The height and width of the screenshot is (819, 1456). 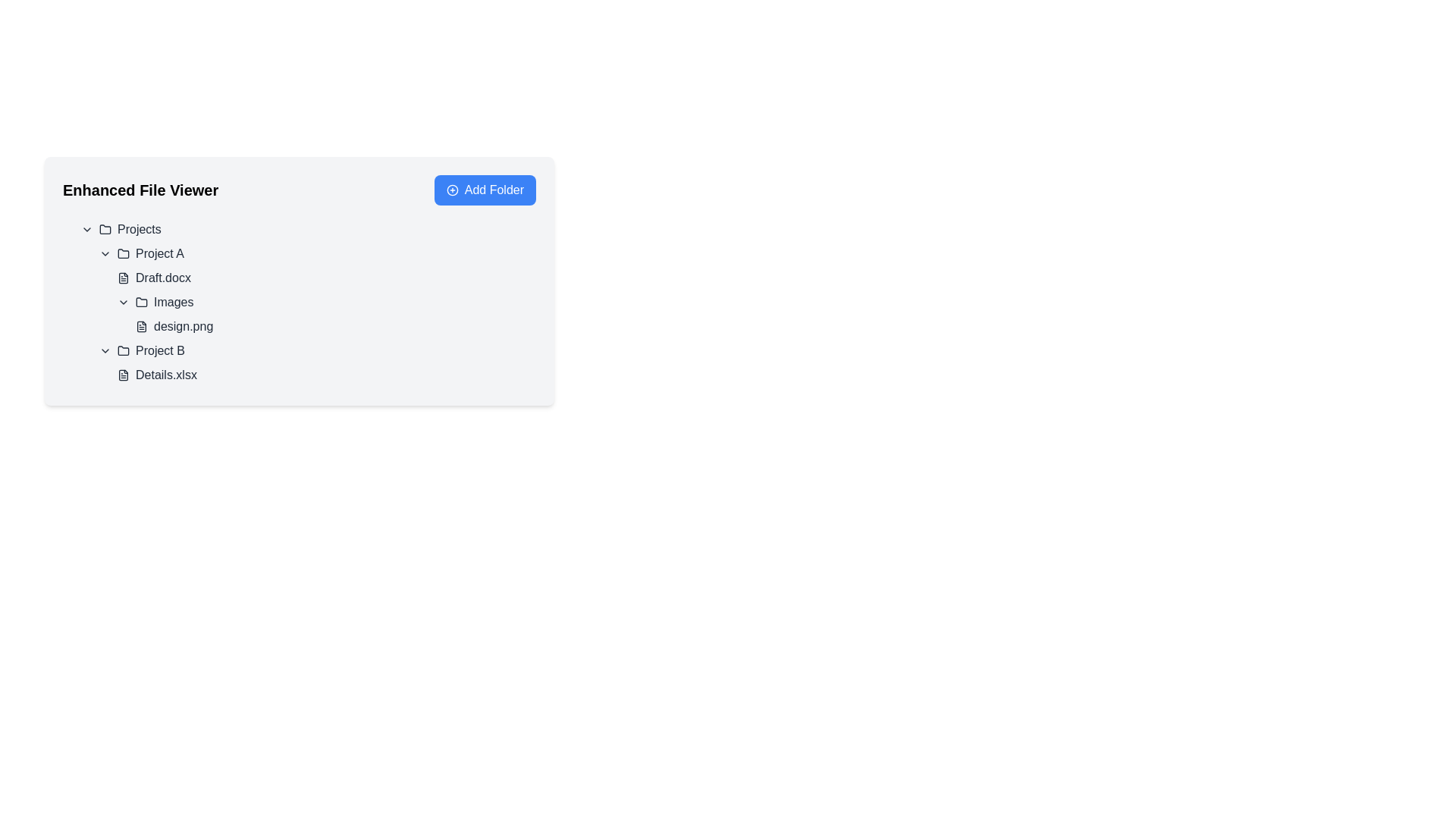 What do you see at coordinates (308, 362) in the screenshot?
I see `the file entry named 'Details.xlsx' located under the 'Project B' folder in the tree view` at bounding box center [308, 362].